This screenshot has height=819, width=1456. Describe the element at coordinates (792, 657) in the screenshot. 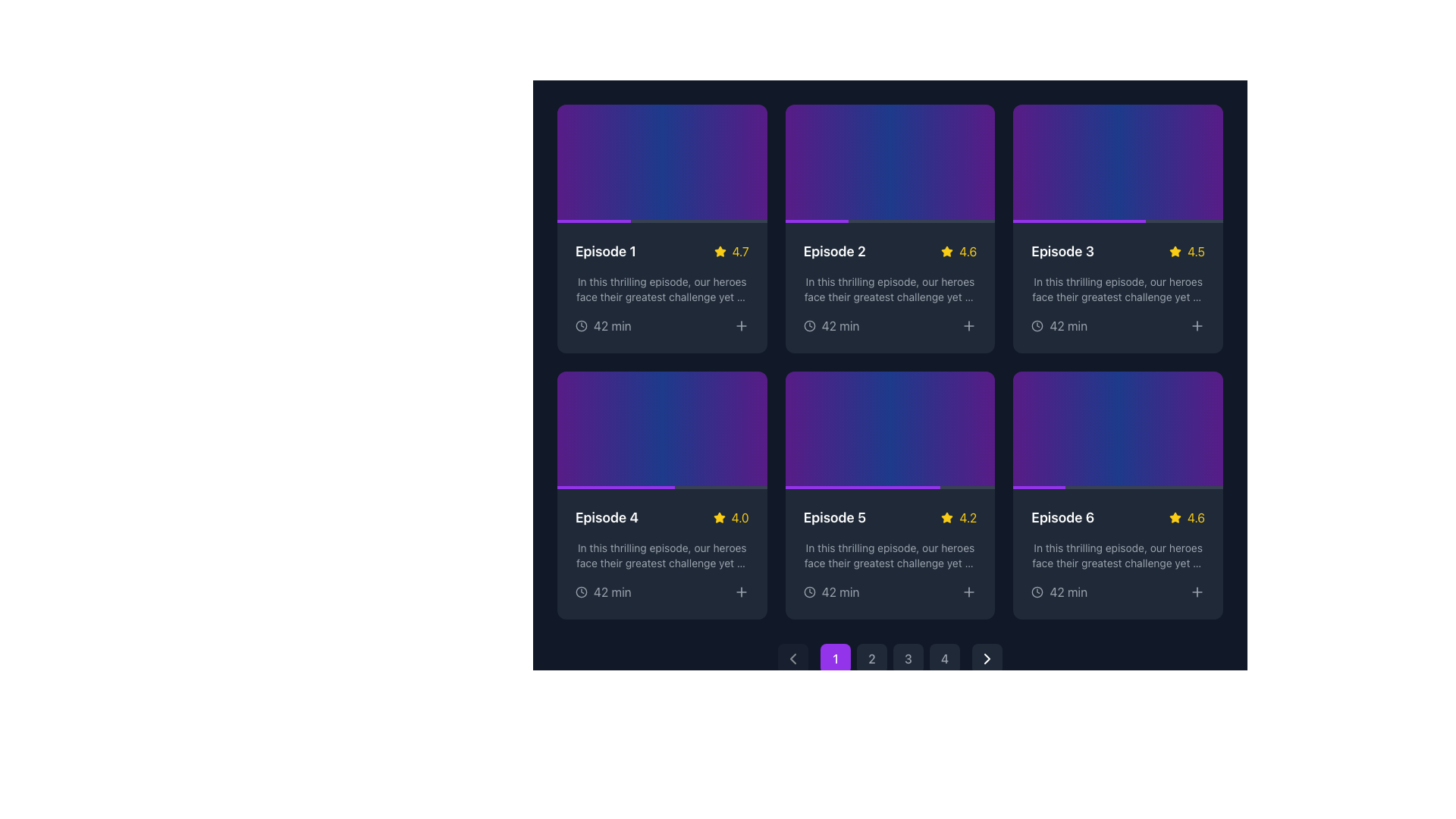

I see `the left-pointing chevron arrow SVG icon` at that location.